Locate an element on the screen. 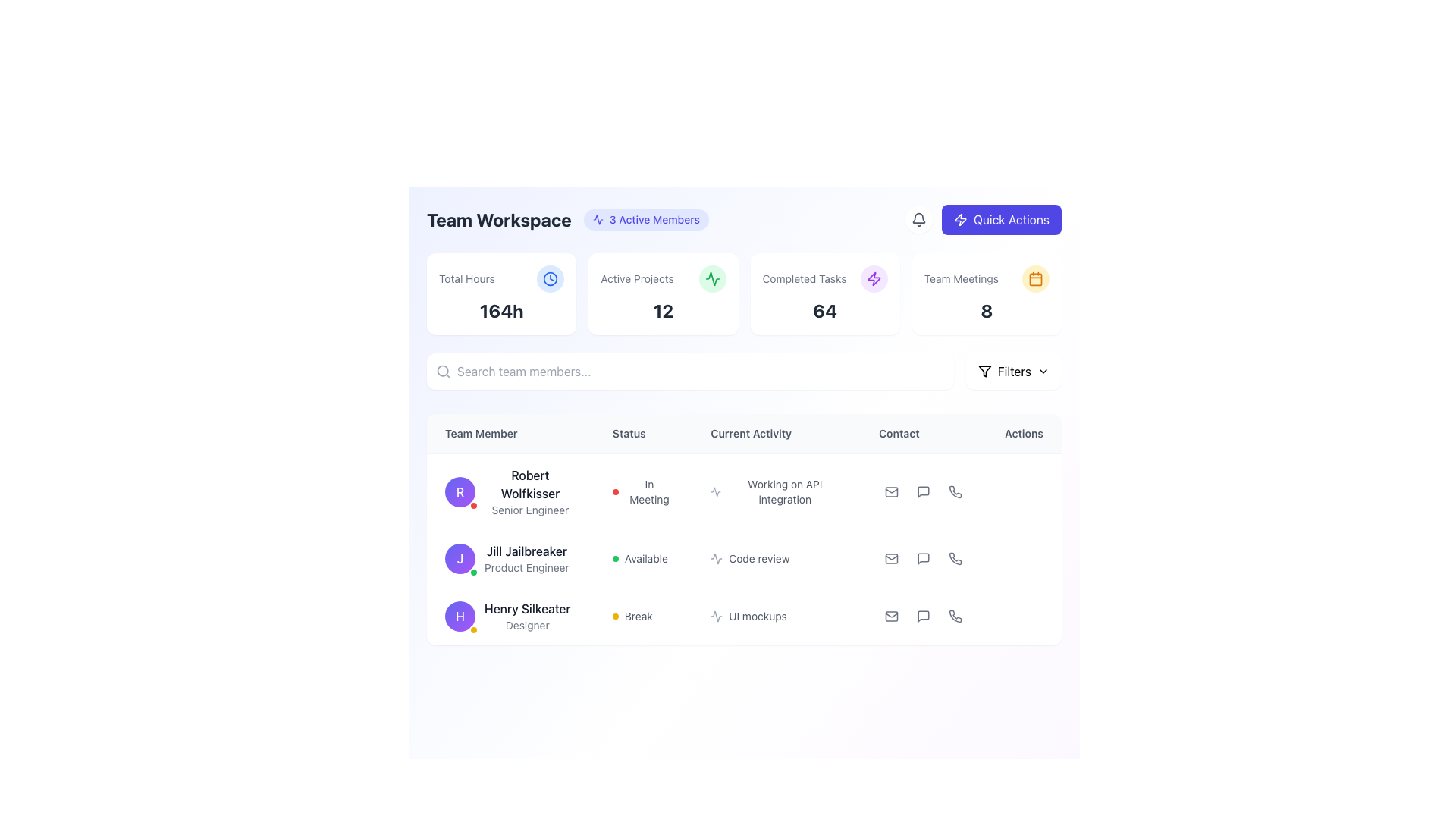 The image size is (1456, 819). the phone icon button in the Actions column of the first row to initiate a call for user Robert Wolfkisser is located at coordinates (955, 491).